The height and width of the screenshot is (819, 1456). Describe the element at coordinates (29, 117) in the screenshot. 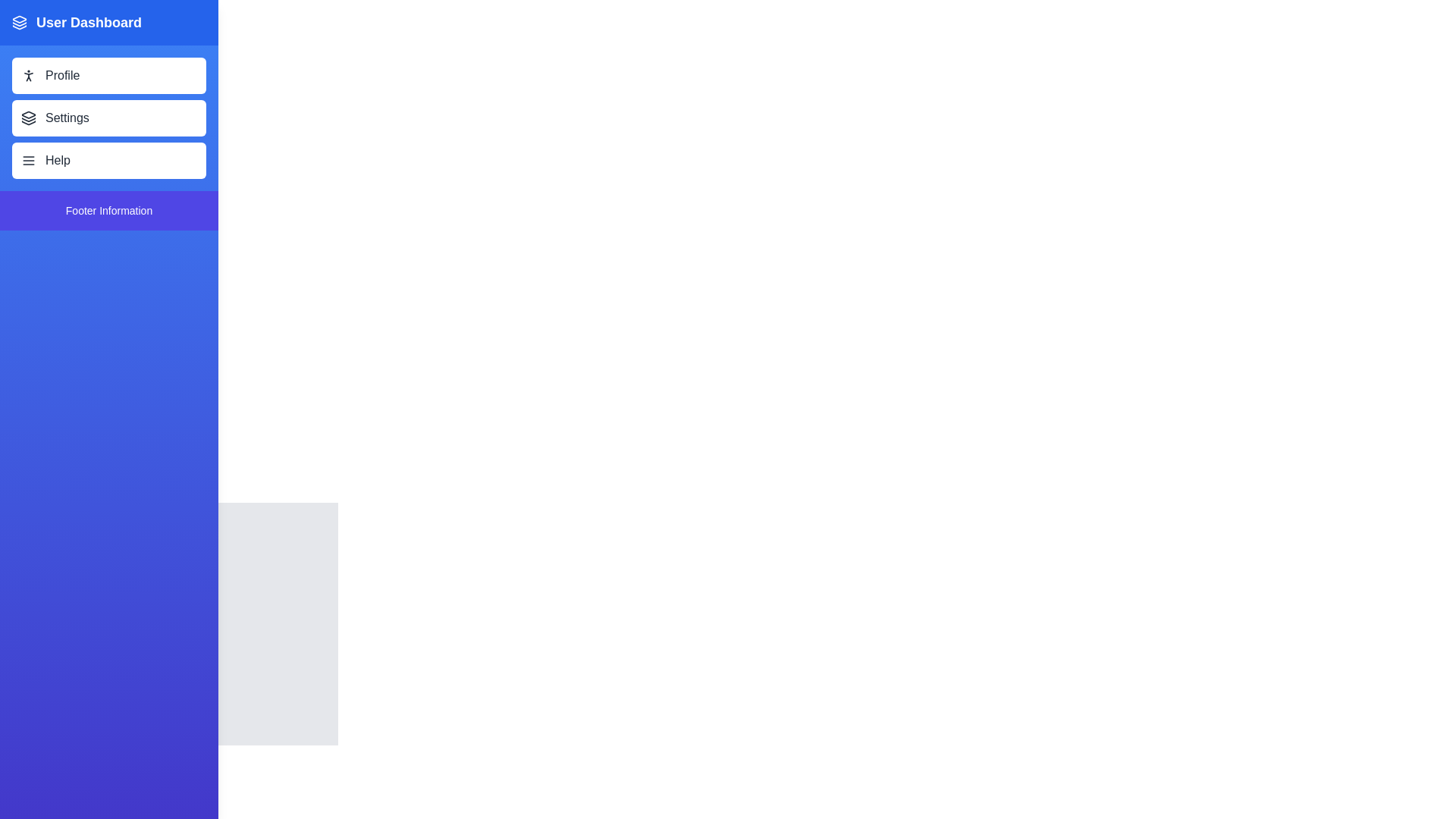

I see `the 'Settings' icon located on the left navigation panel, which is styled with three overlapping layers in a monochromatic dark shade` at that location.